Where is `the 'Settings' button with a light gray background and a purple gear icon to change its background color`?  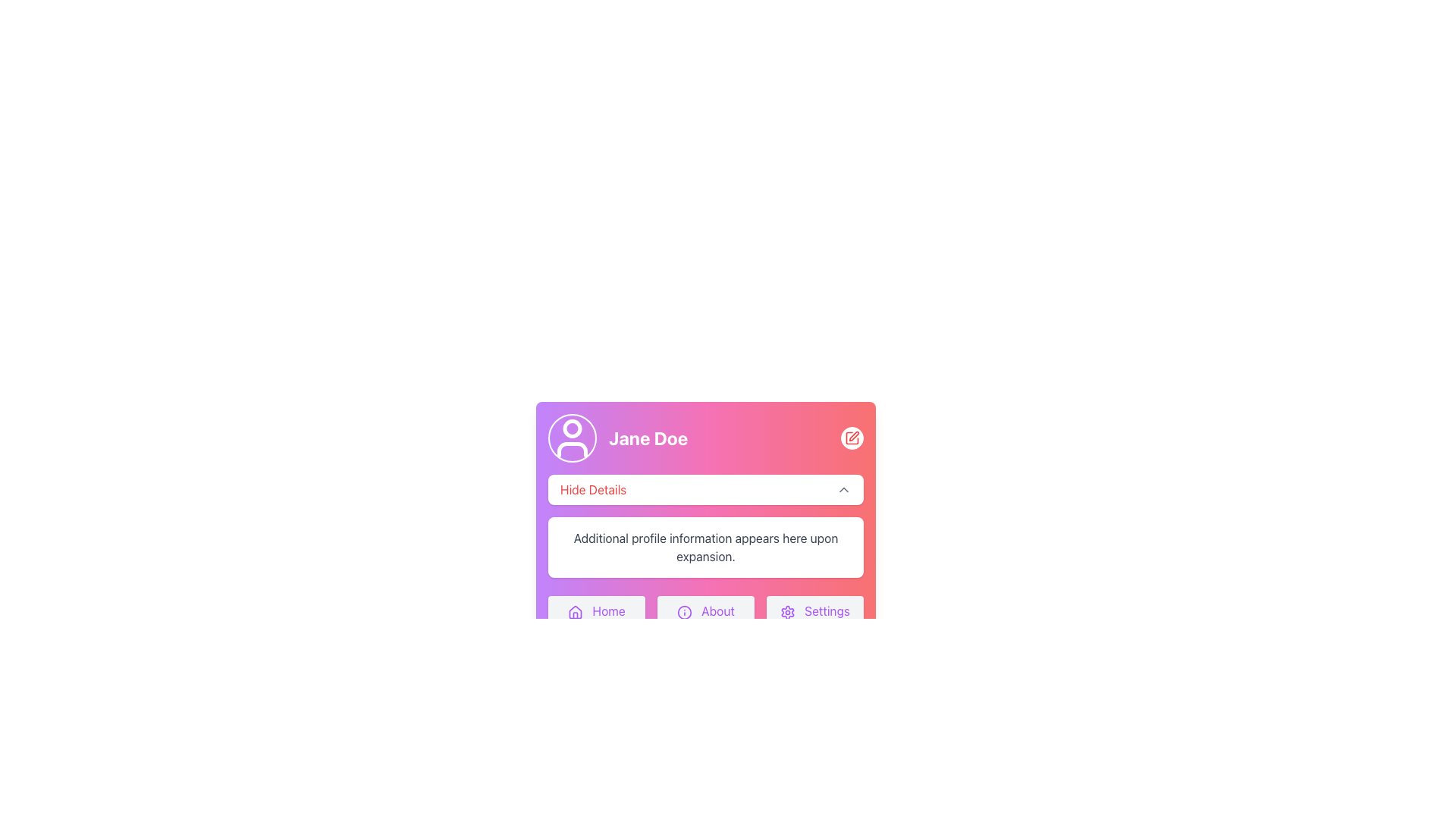
the 'Settings' button with a light gray background and a purple gear icon to change its background color is located at coordinates (814, 610).